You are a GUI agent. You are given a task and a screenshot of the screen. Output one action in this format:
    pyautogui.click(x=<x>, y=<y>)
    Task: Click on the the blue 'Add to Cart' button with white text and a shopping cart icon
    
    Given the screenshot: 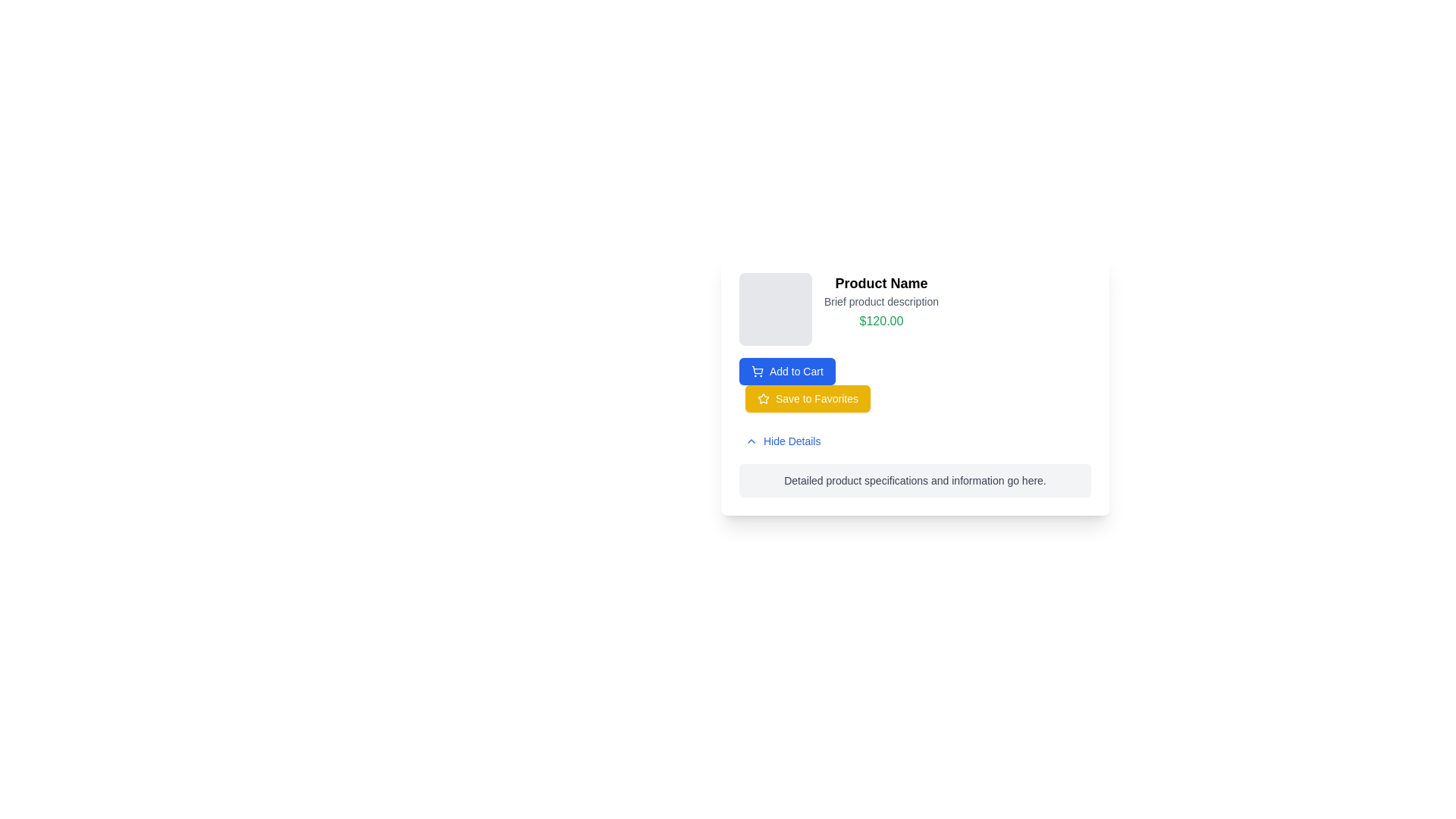 What is the action you would take?
    pyautogui.click(x=787, y=371)
    